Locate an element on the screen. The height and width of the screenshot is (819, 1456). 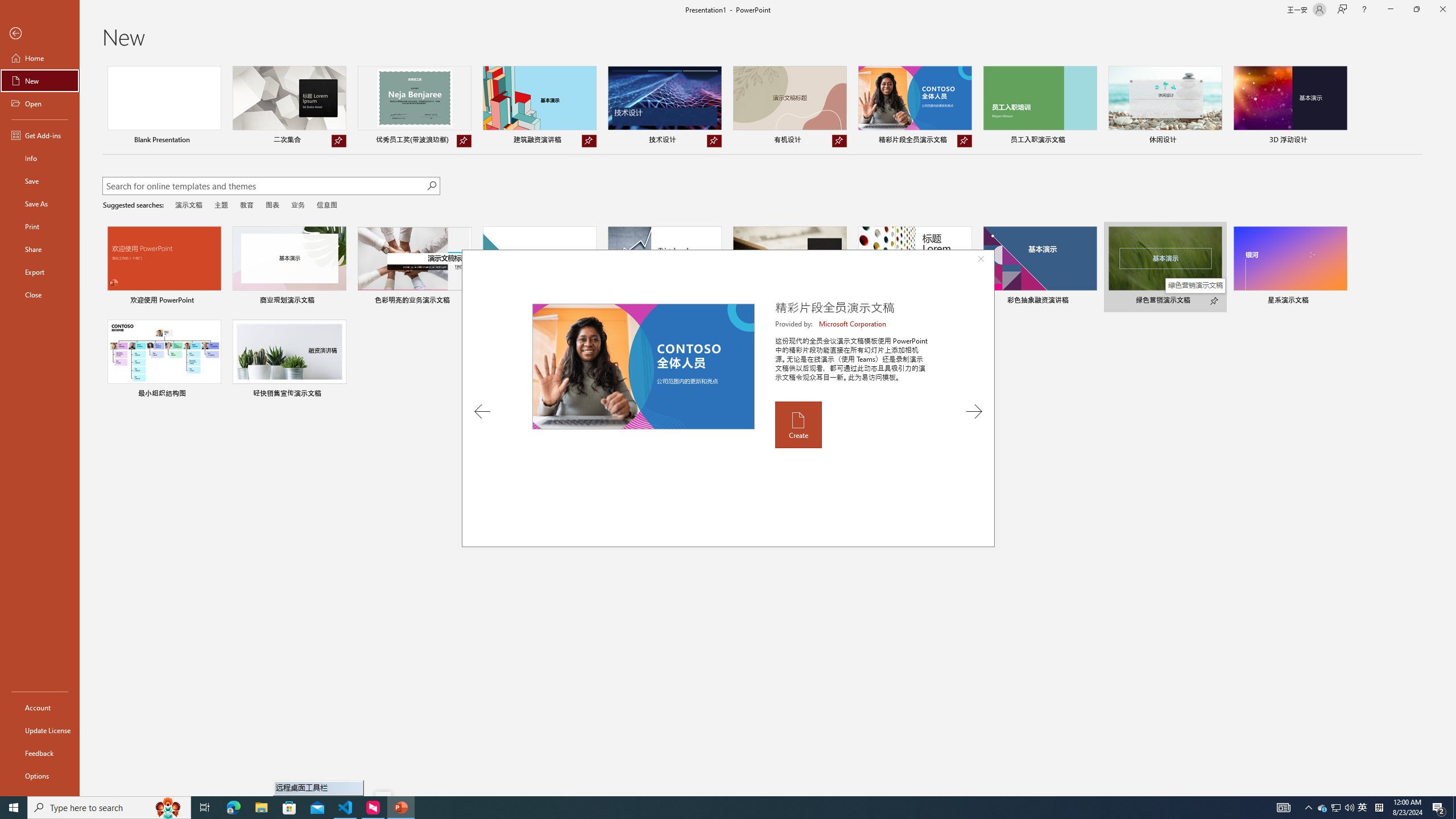
'Next Template' is located at coordinates (974, 411).